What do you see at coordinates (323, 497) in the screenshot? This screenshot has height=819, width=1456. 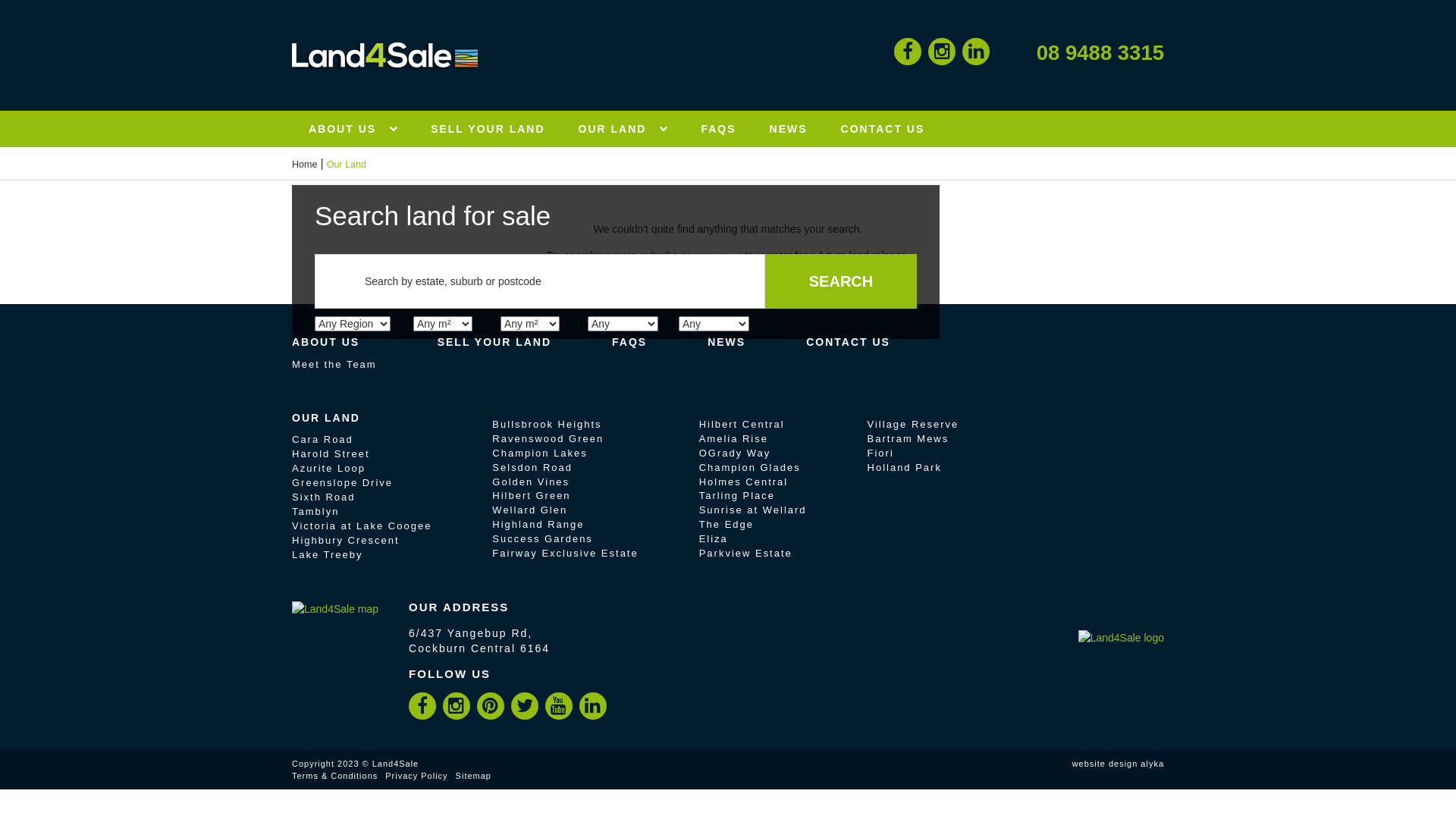 I see `'Sixth Road'` at bounding box center [323, 497].